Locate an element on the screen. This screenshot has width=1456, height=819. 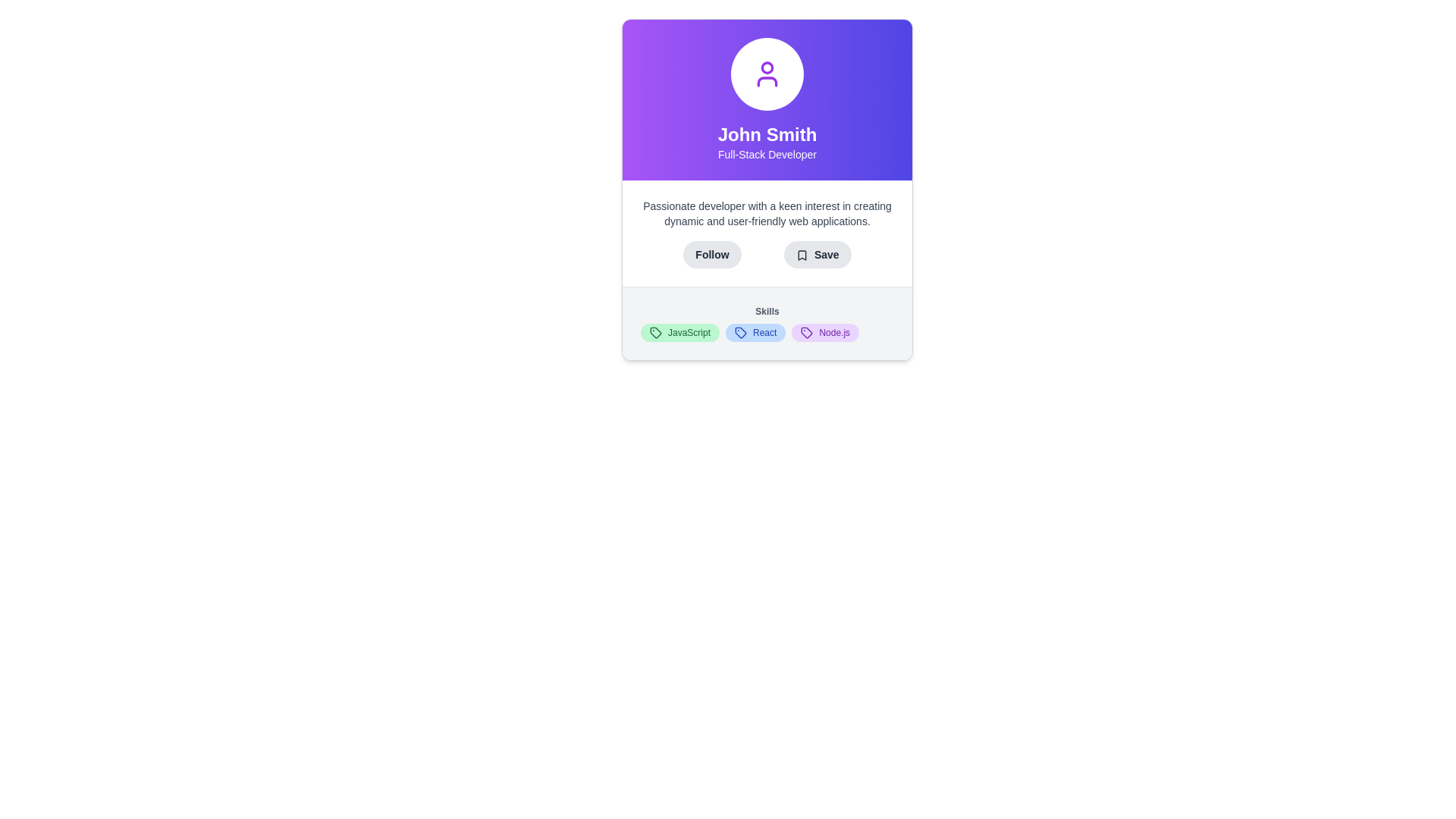
the 'Follow' button located below the text description 'Passionate developer with a keen interest in creating dynamic and user-friendly web applications.' is located at coordinates (767, 234).